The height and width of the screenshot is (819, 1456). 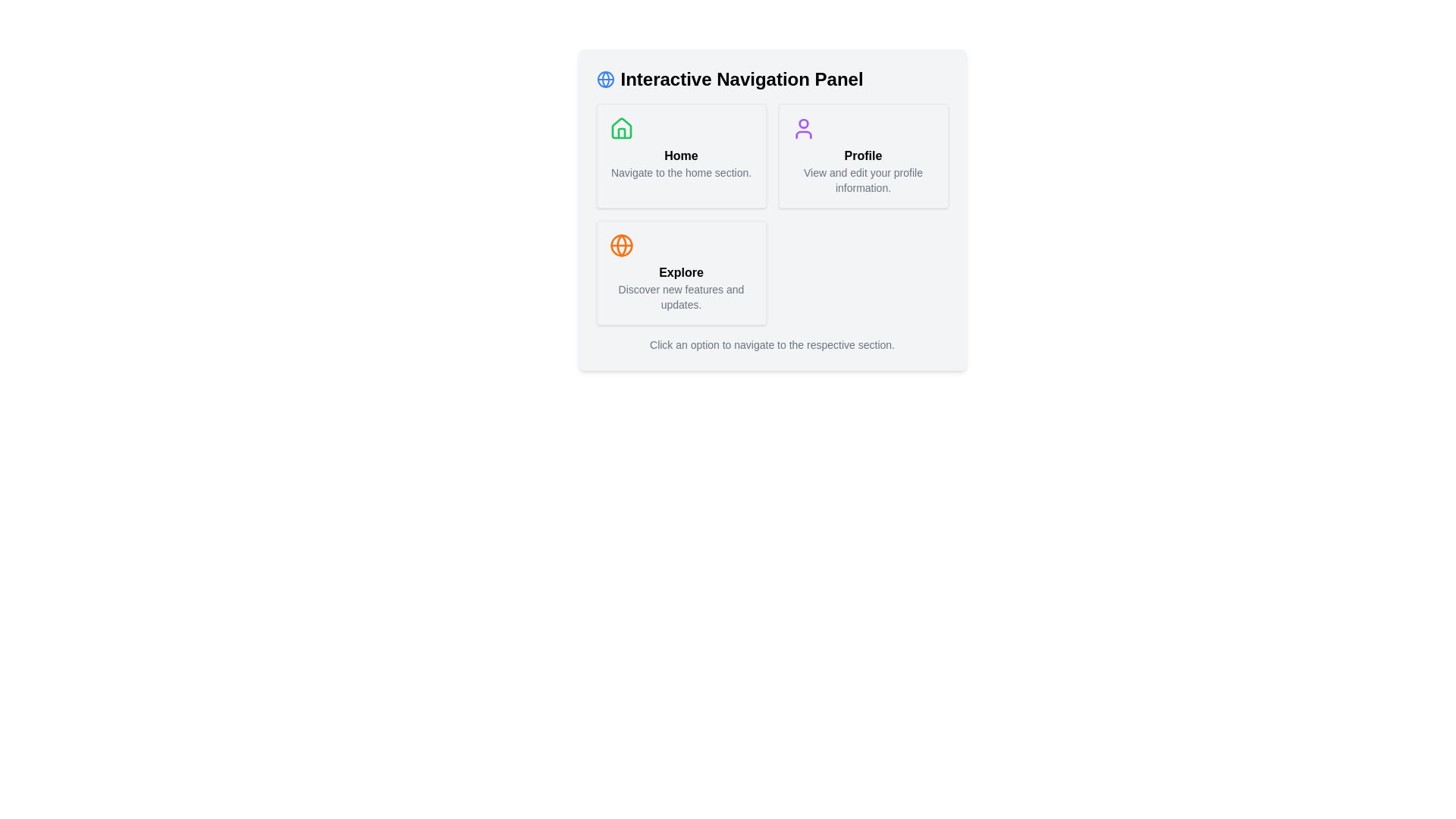 I want to click on the user profile icon, which is a minimalist human figure styled in purple, located at the top-center of the 'Profile' section box, so click(x=802, y=127).